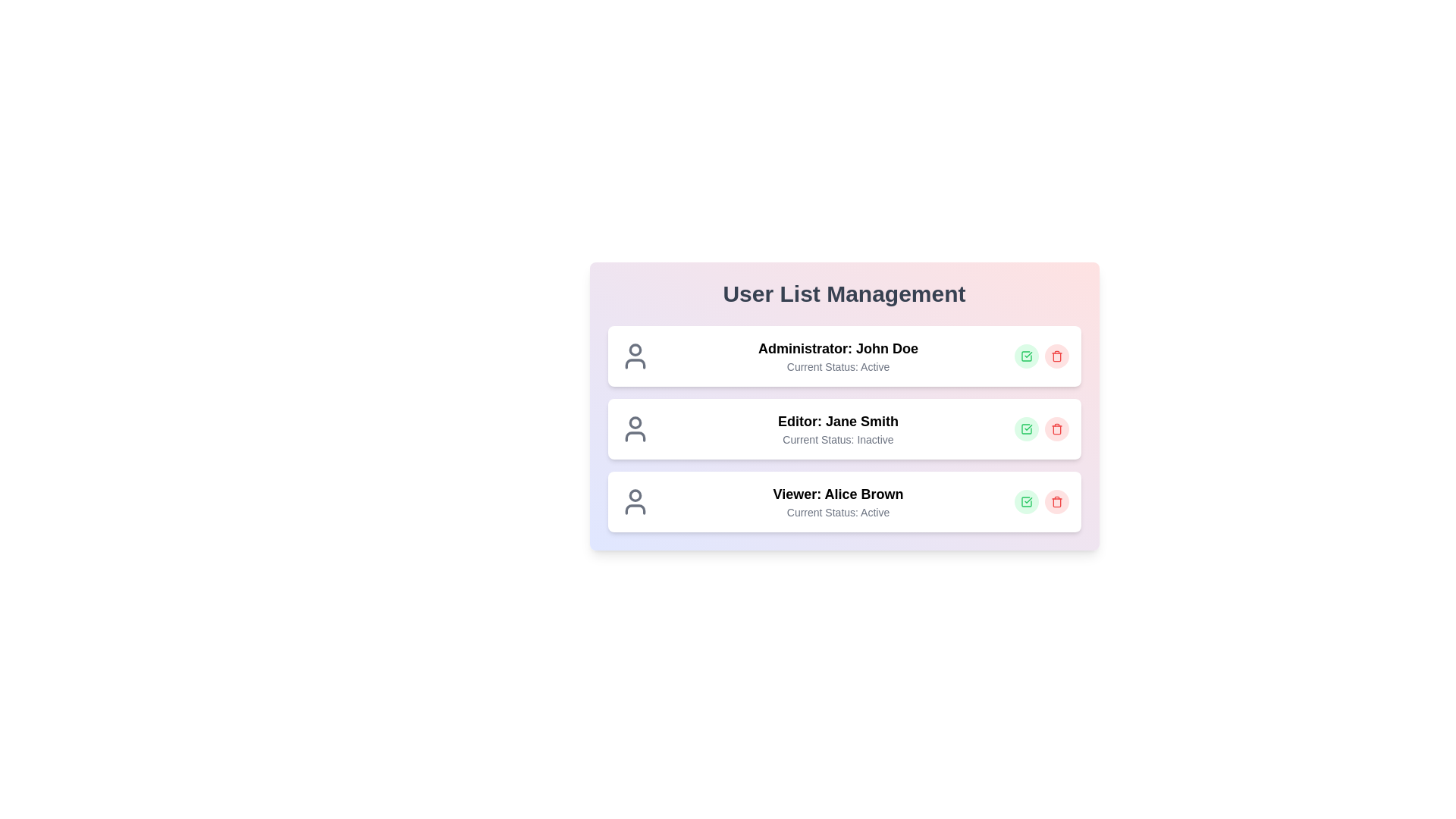  Describe the element at coordinates (1056, 429) in the screenshot. I see `the delete button located in the second item row of the user list` at that location.